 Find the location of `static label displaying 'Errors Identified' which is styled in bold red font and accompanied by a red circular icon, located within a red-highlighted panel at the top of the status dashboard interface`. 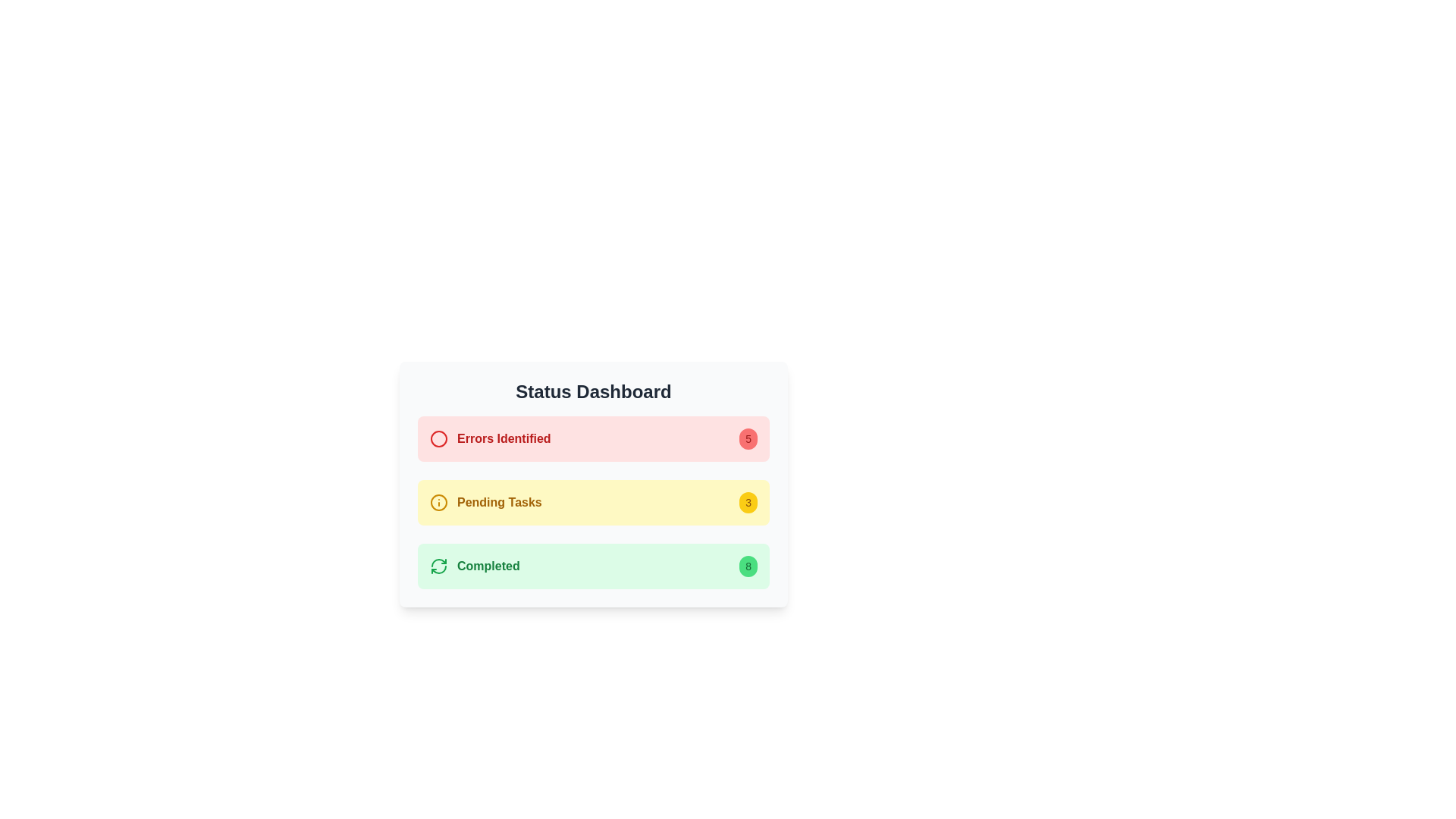

static label displaying 'Errors Identified' which is styled in bold red font and accompanied by a red circular icon, located within a red-highlighted panel at the top of the status dashboard interface is located at coordinates (490, 438).